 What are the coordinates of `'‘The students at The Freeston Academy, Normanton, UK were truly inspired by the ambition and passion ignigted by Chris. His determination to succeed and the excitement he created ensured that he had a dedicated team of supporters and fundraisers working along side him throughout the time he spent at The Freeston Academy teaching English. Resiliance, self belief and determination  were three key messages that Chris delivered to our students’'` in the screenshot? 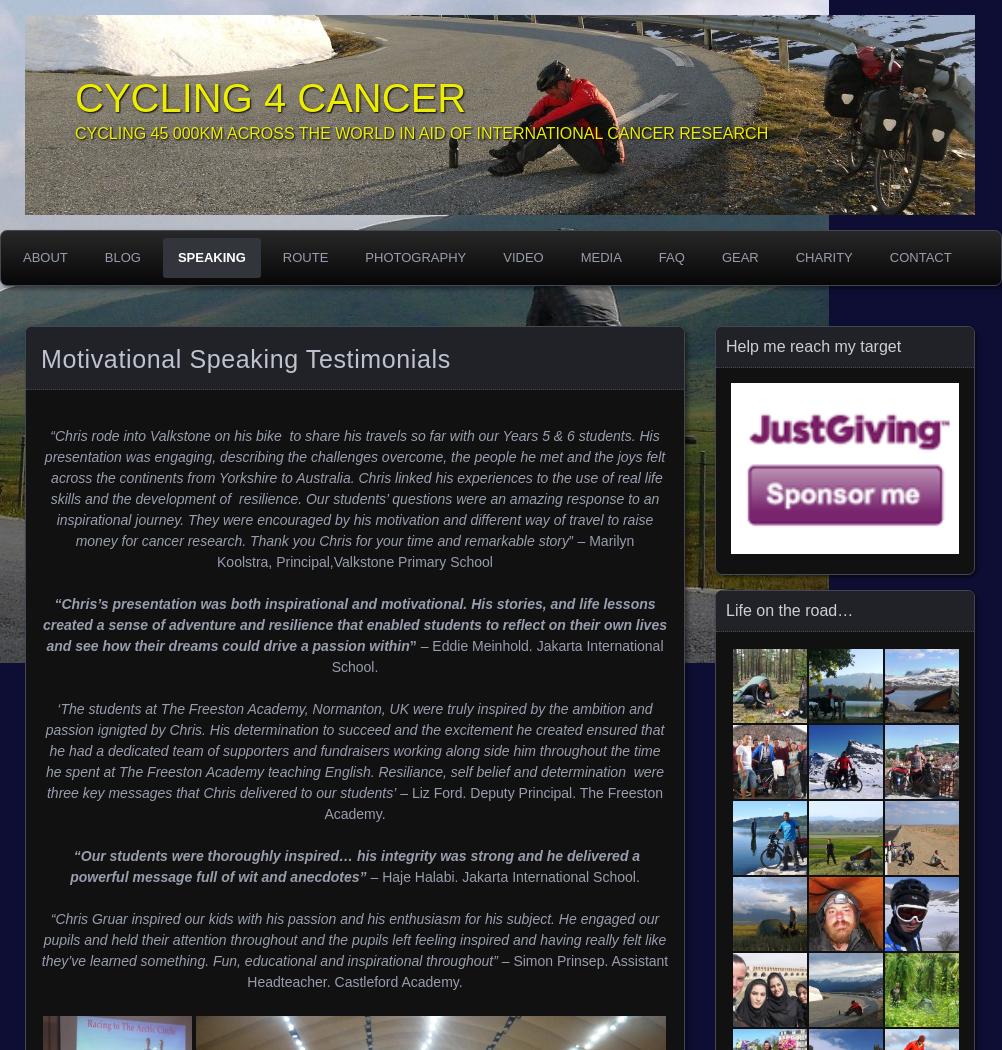 It's located at (354, 750).